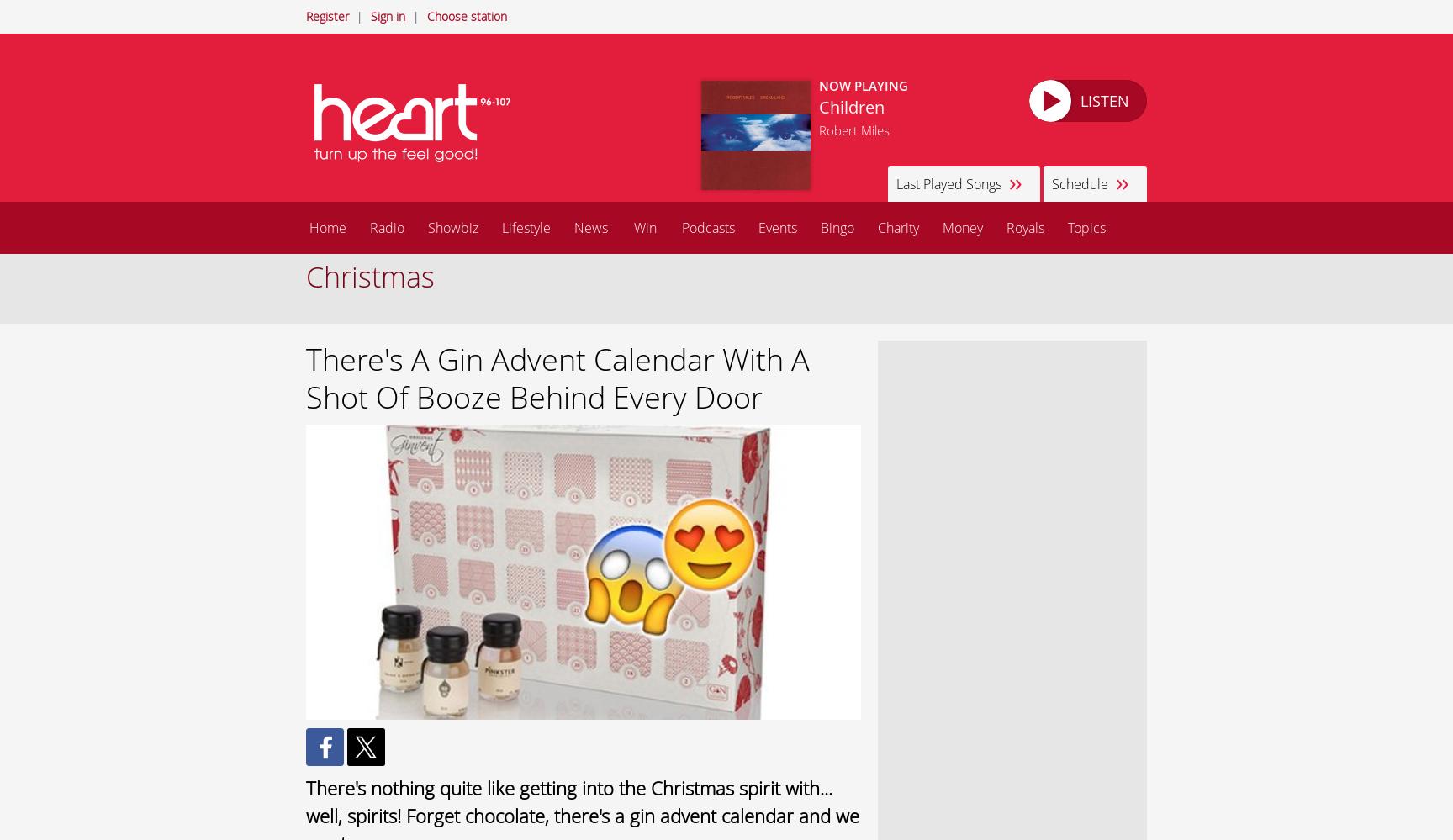 This screenshot has width=1453, height=840. Describe the element at coordinates (853, 130) in the screenshot. I see `'Robert Miles'` at that location.